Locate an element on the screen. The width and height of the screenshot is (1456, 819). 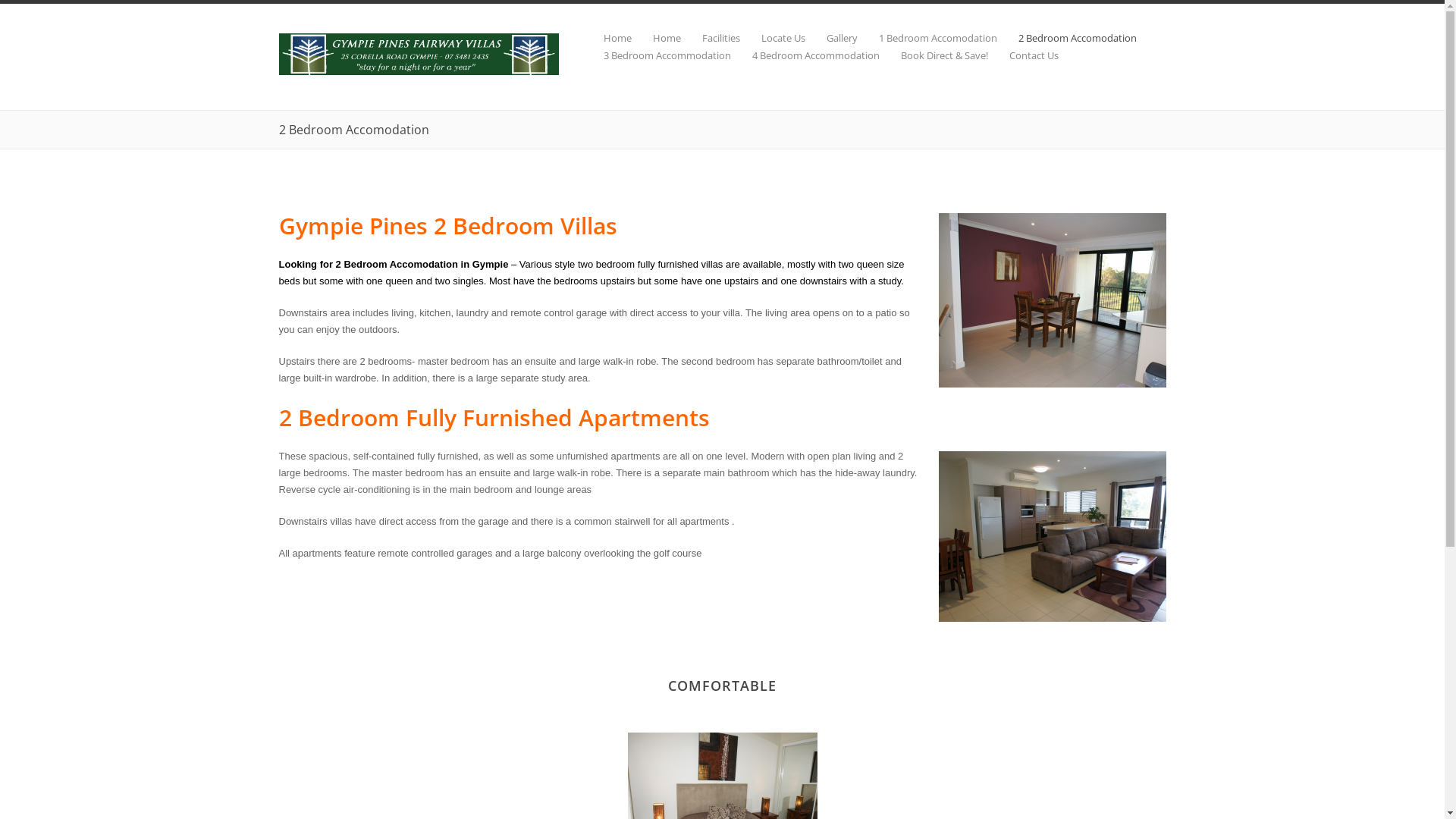
'Gallery' is located at coordinates (830, 37).